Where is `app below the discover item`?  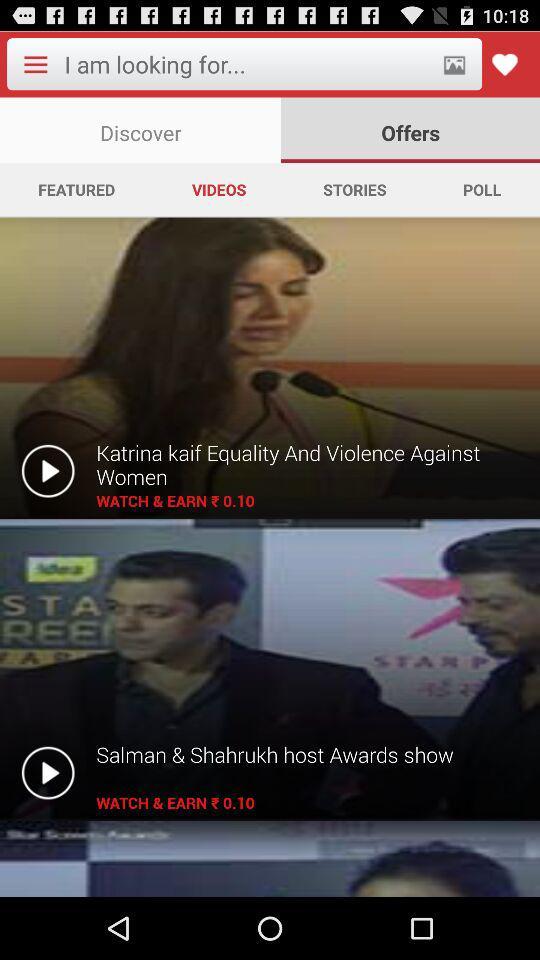
app below the discover item is located at coordinates (75, 189).